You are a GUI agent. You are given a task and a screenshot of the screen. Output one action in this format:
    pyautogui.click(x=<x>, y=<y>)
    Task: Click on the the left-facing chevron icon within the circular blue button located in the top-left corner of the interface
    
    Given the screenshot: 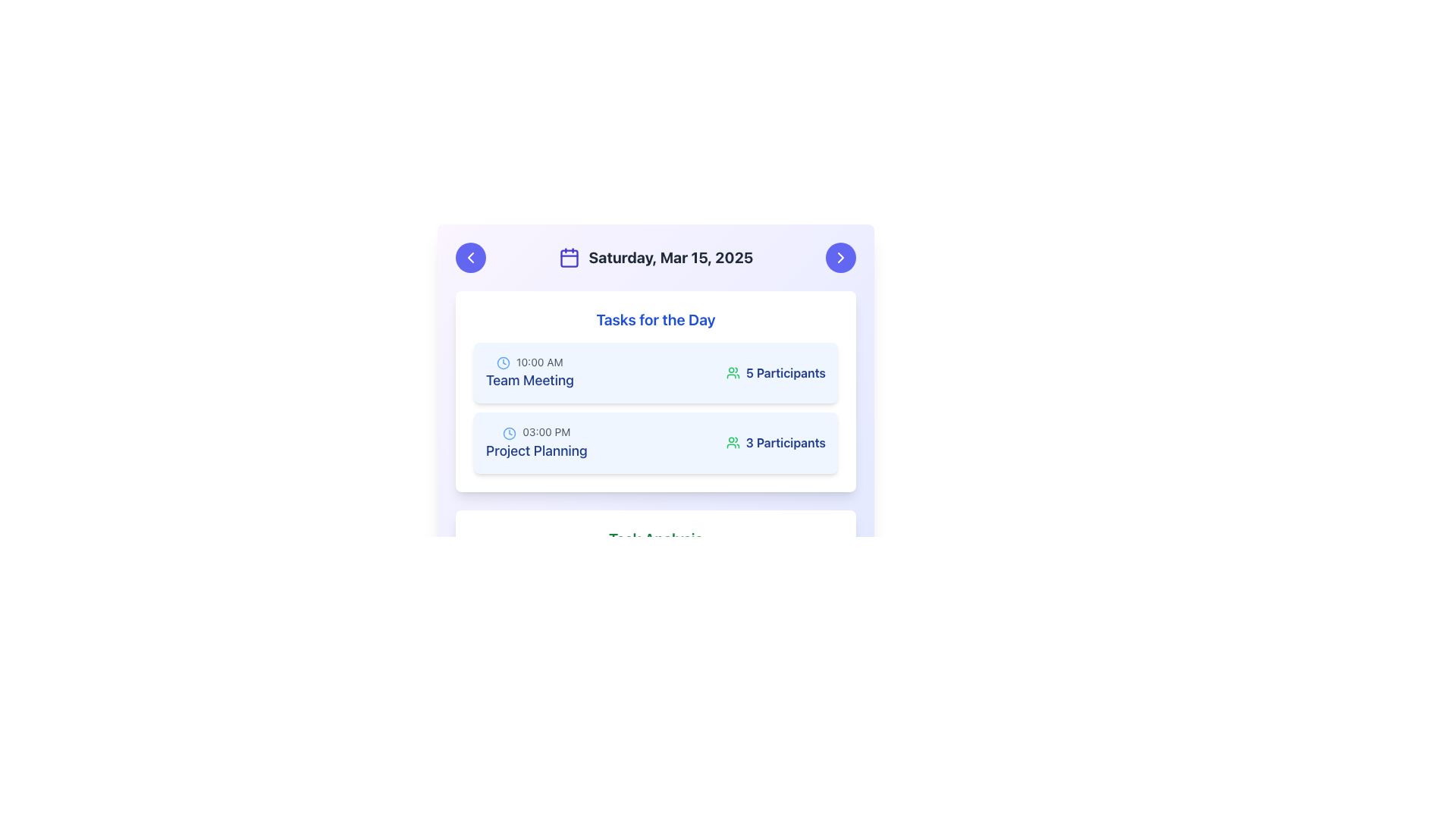 What is the action you would take?
    pyautogui.click(x=469, y=256)
    